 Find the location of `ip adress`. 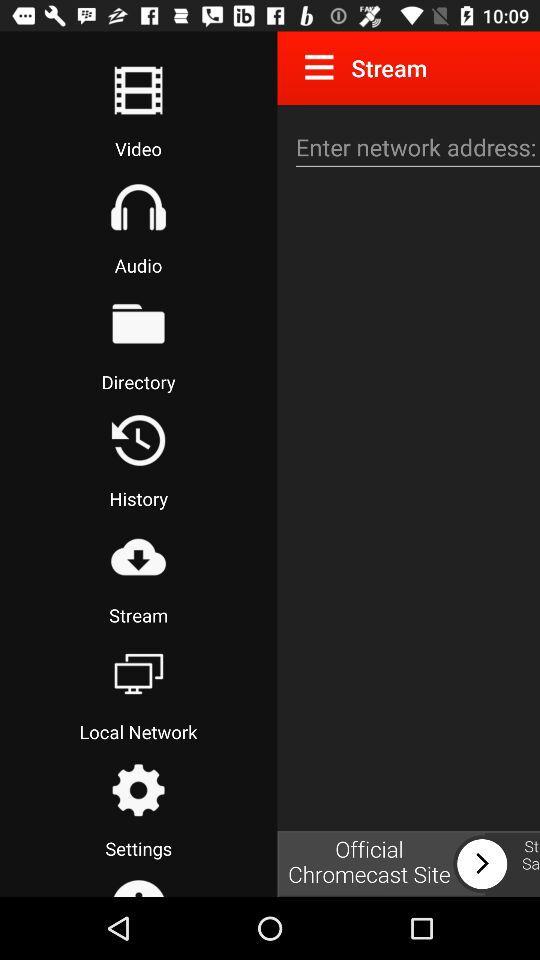

ip adress is located at coordinates (414, 146).